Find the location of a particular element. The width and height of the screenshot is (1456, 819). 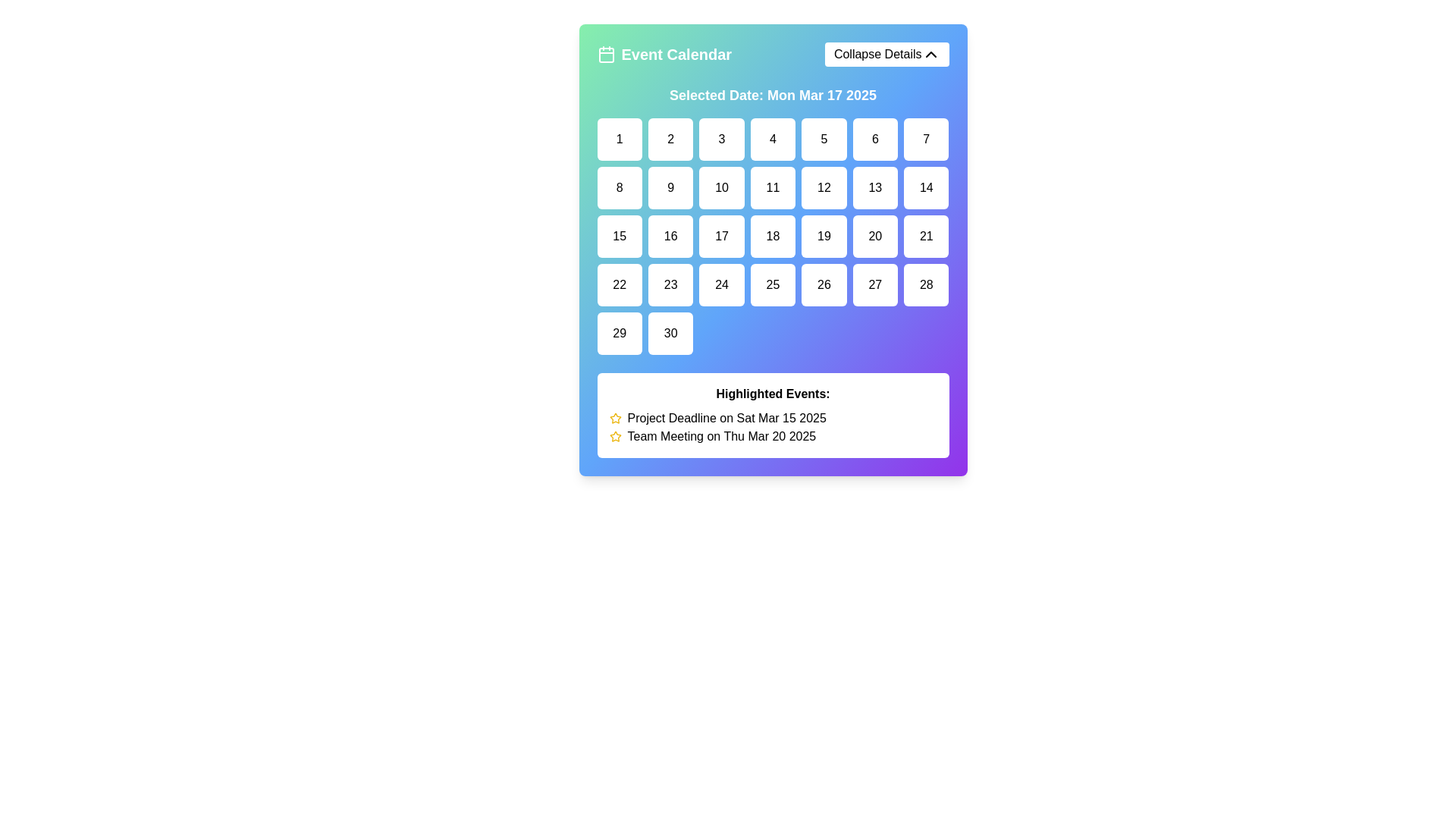

the button representing the 13th day in the calendar month, located in the second row and sixth column of the grid layout is located at coordinates (875, 187).